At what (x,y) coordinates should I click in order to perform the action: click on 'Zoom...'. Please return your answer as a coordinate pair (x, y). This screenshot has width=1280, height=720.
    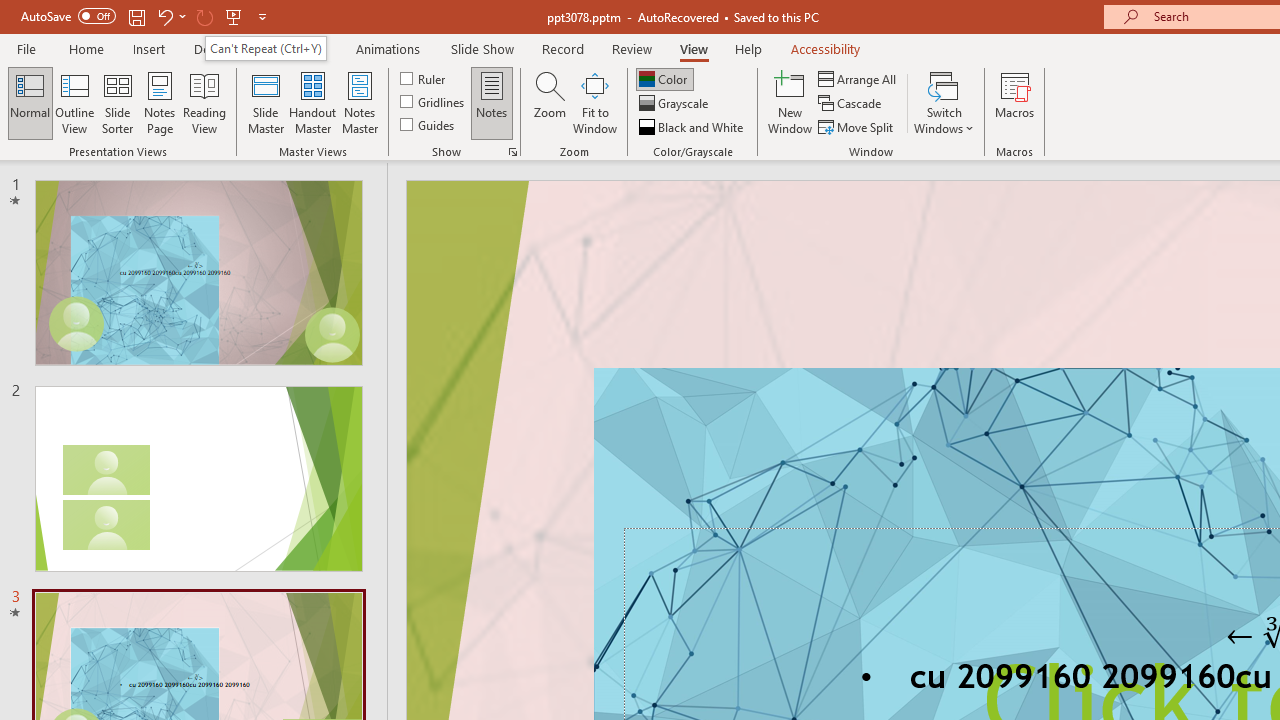
    Looking at the image, I should click on (549, 103).